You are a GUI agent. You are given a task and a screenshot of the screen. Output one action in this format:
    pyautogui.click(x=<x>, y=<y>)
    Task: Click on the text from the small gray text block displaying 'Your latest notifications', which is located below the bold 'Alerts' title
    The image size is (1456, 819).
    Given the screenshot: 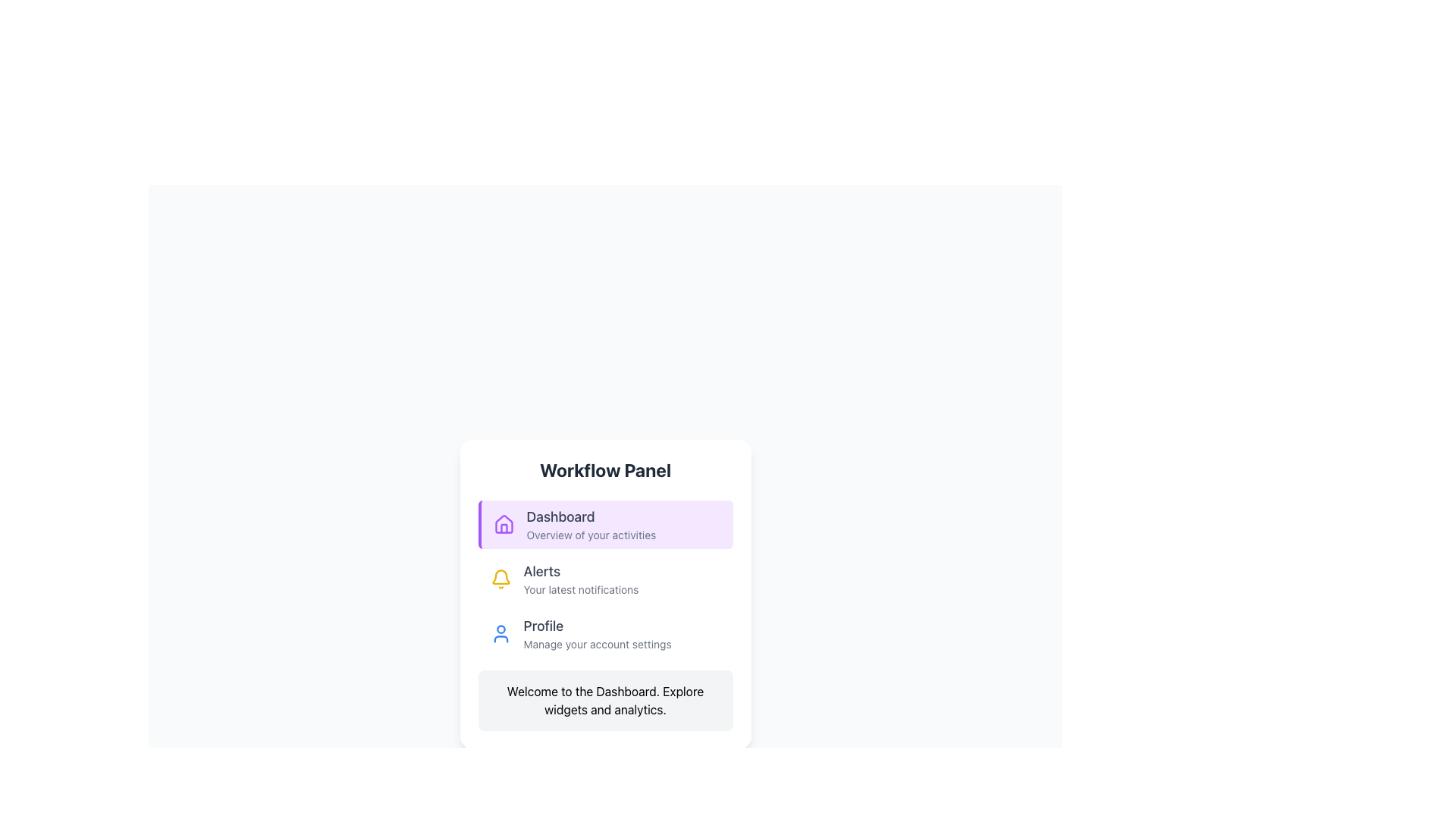 What is the action you would take?
    pyautogui.click(x=580, y=589)
    